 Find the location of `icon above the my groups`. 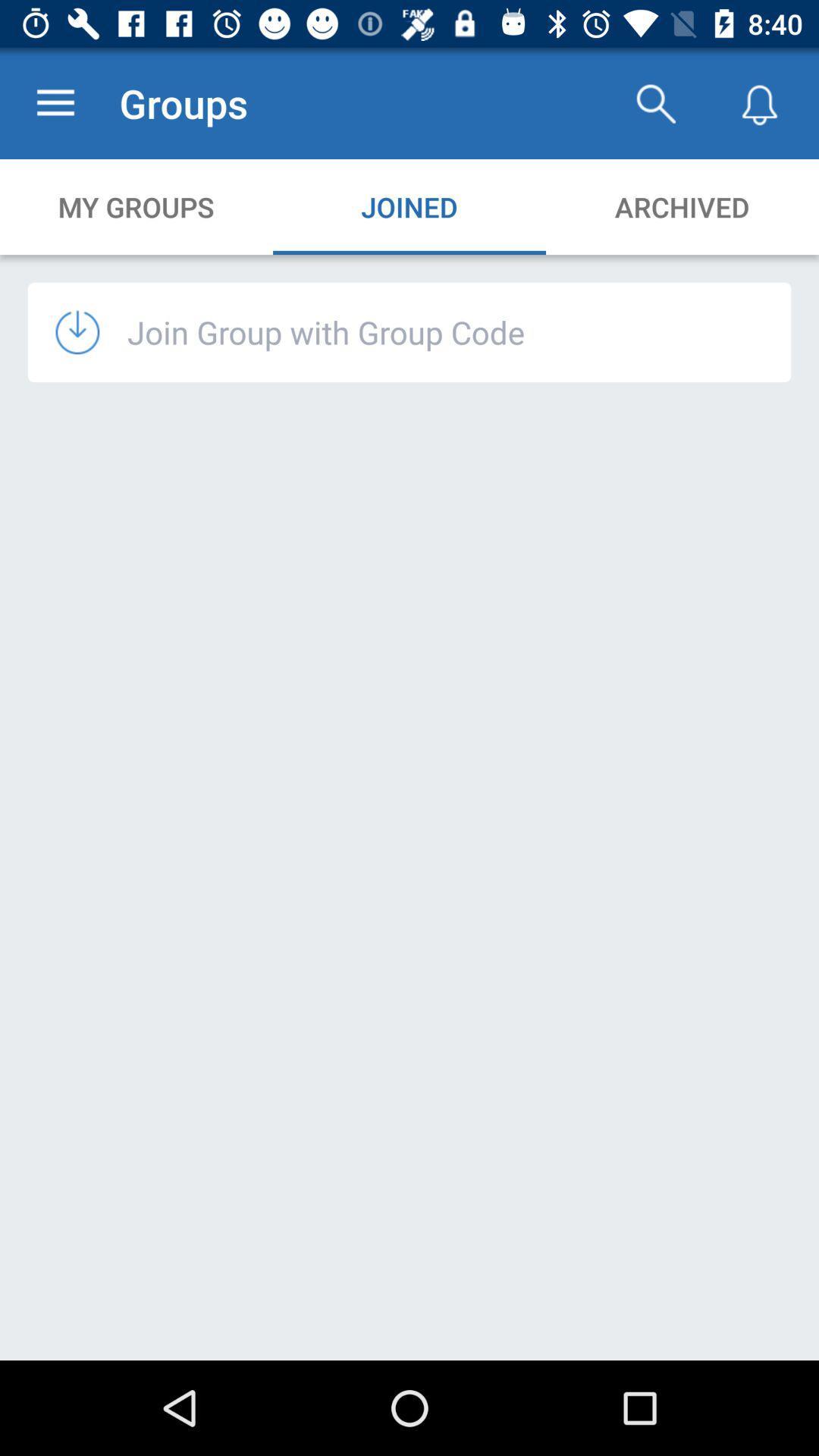

icon above the my groups is located at coordinates (55, 102).